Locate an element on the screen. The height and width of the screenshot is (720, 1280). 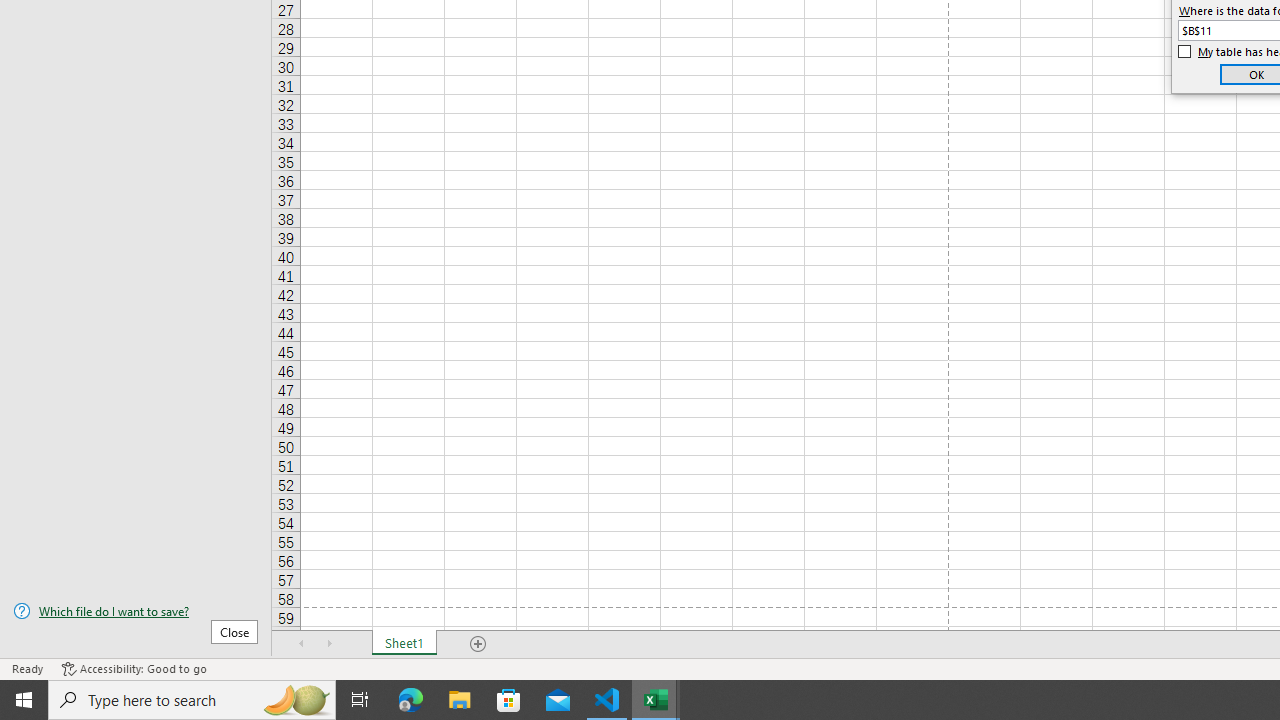
'Scroll Left' is located at coordinates (301, 644).